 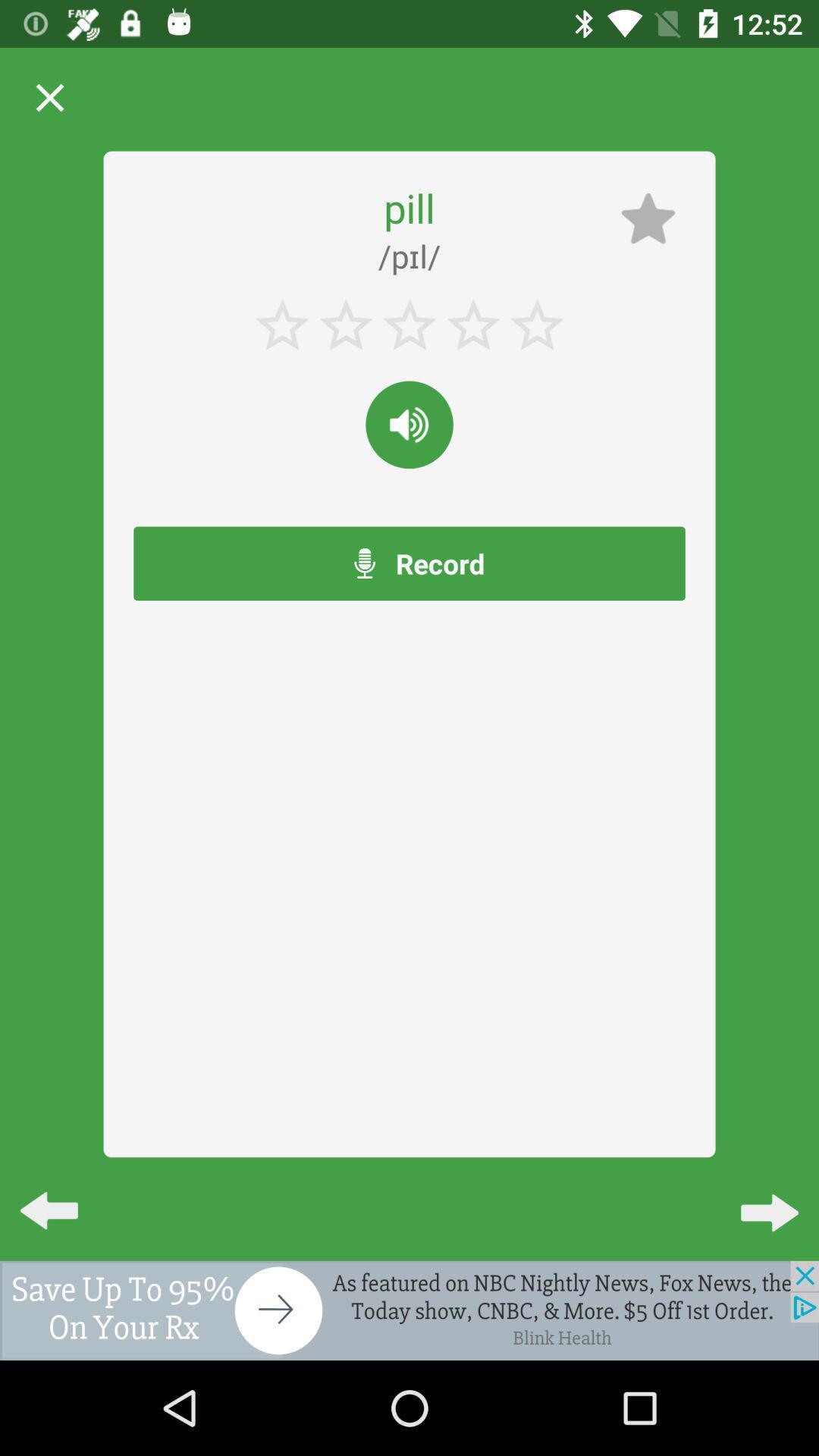 What do you see at coordinates (409, 425) in the screenshot?
I see `starts recording` at bounding box center [409, 425].